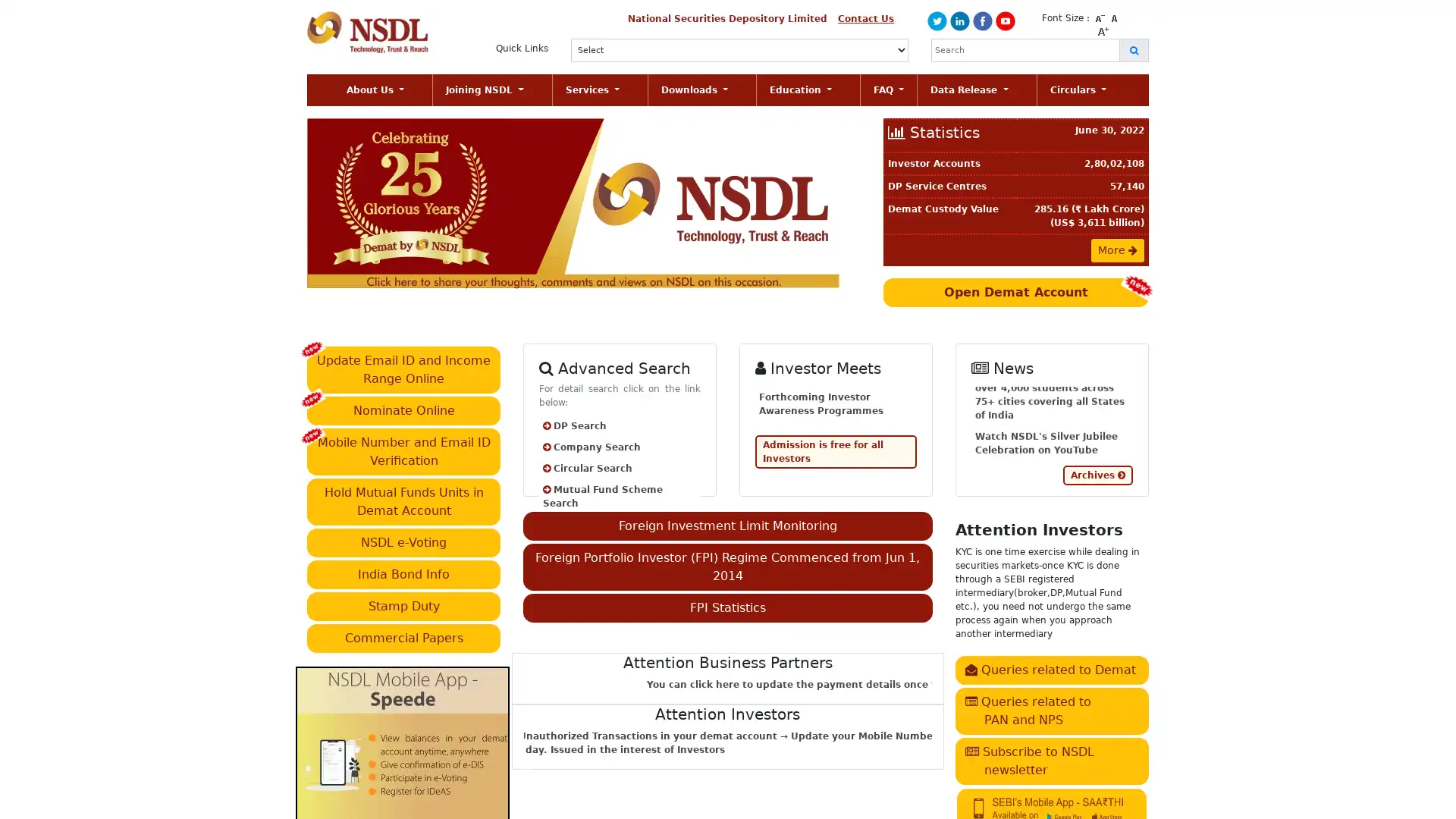 The height and width of the screenshot is (819, 1456). I want to click on NSDL e-Voting, so click(403, 541).